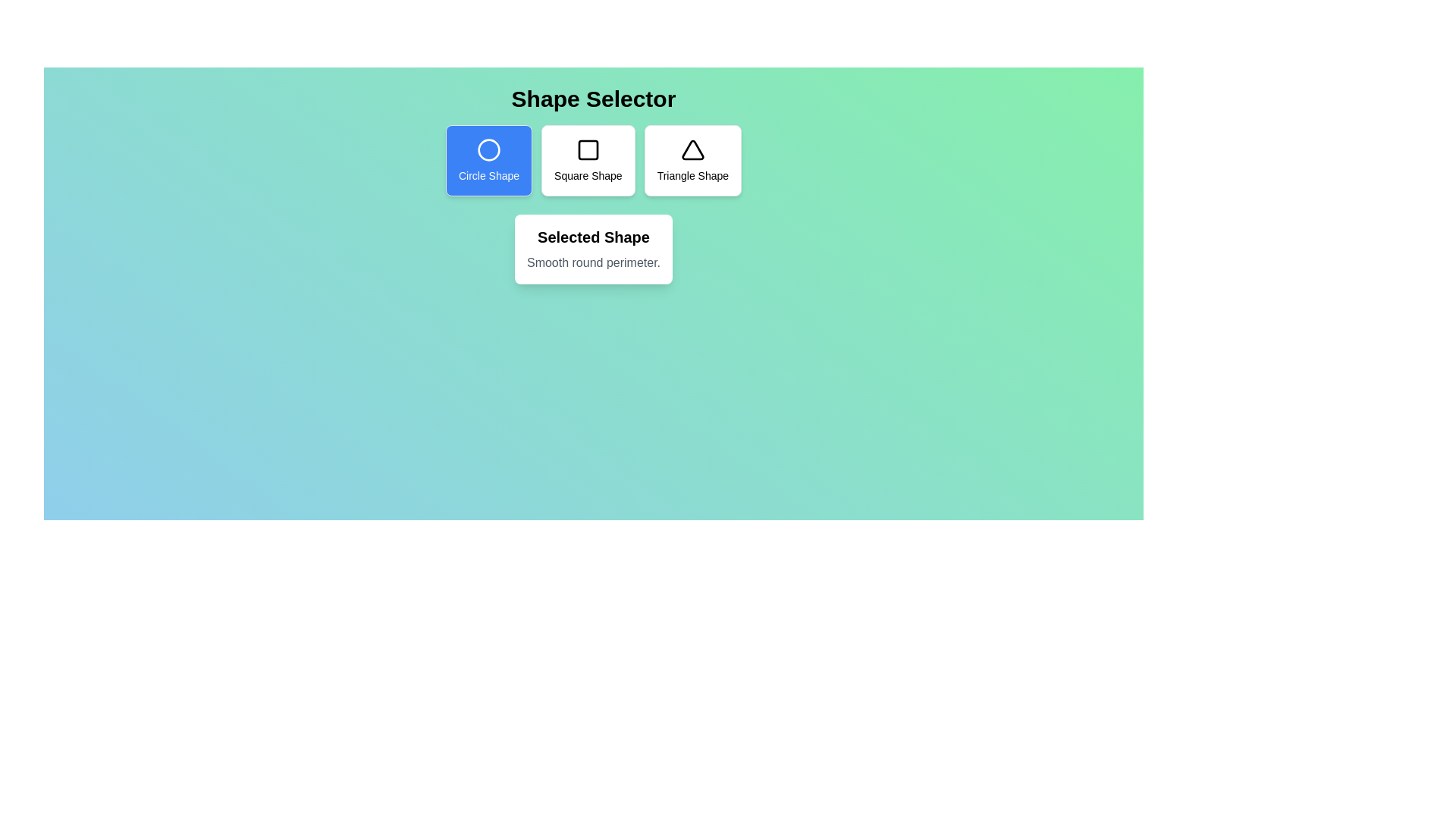 This screenshot has height=819, width=1456. Describe the element at coordinates (592, 99) in the screenshot. I see `the center of the header text labeled 'Shape Selector'` at that location.